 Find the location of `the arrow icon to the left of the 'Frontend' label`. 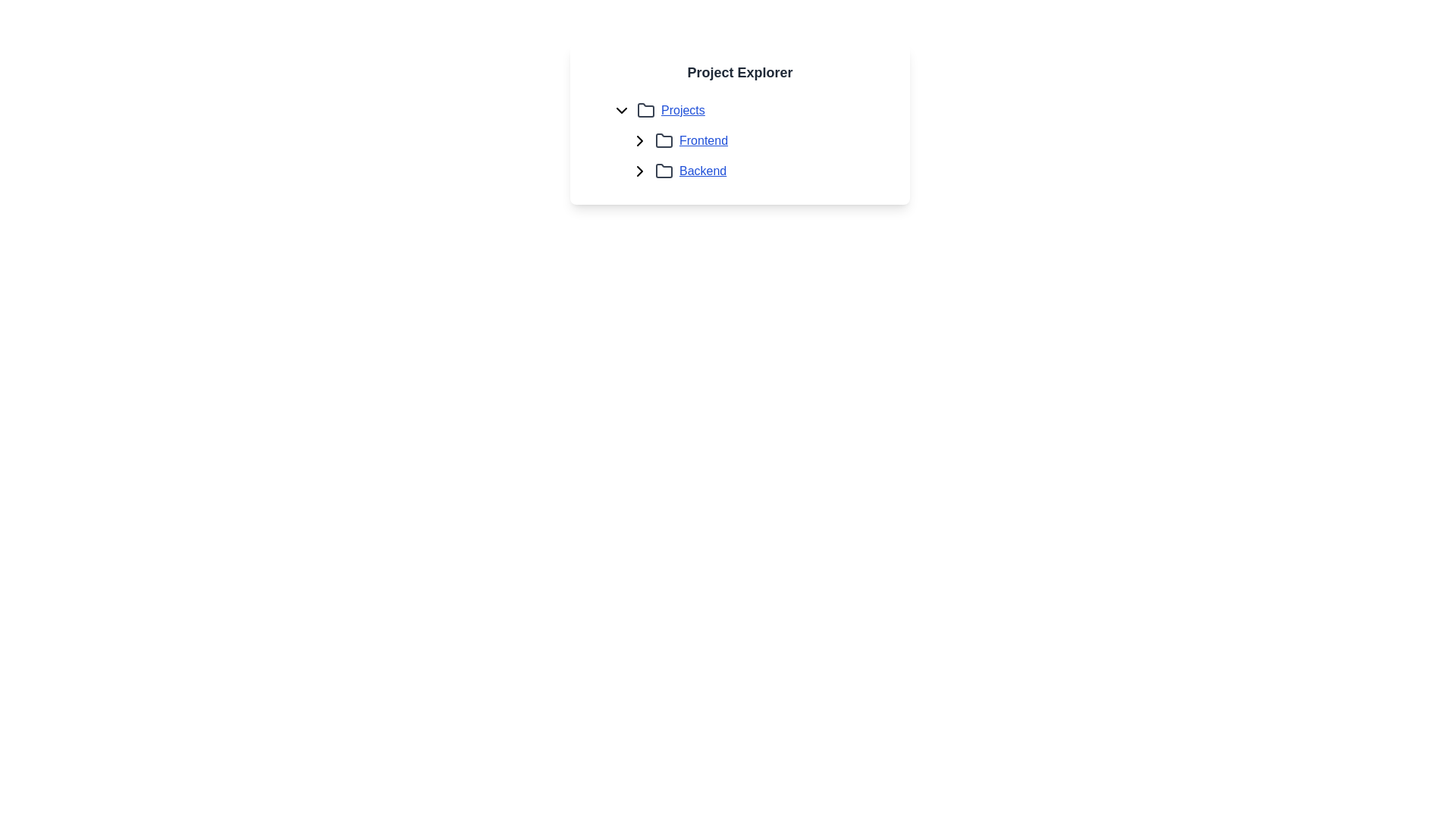

the arrow icon to the left of the 'Frontend' label is located at coordinates (640, 140).